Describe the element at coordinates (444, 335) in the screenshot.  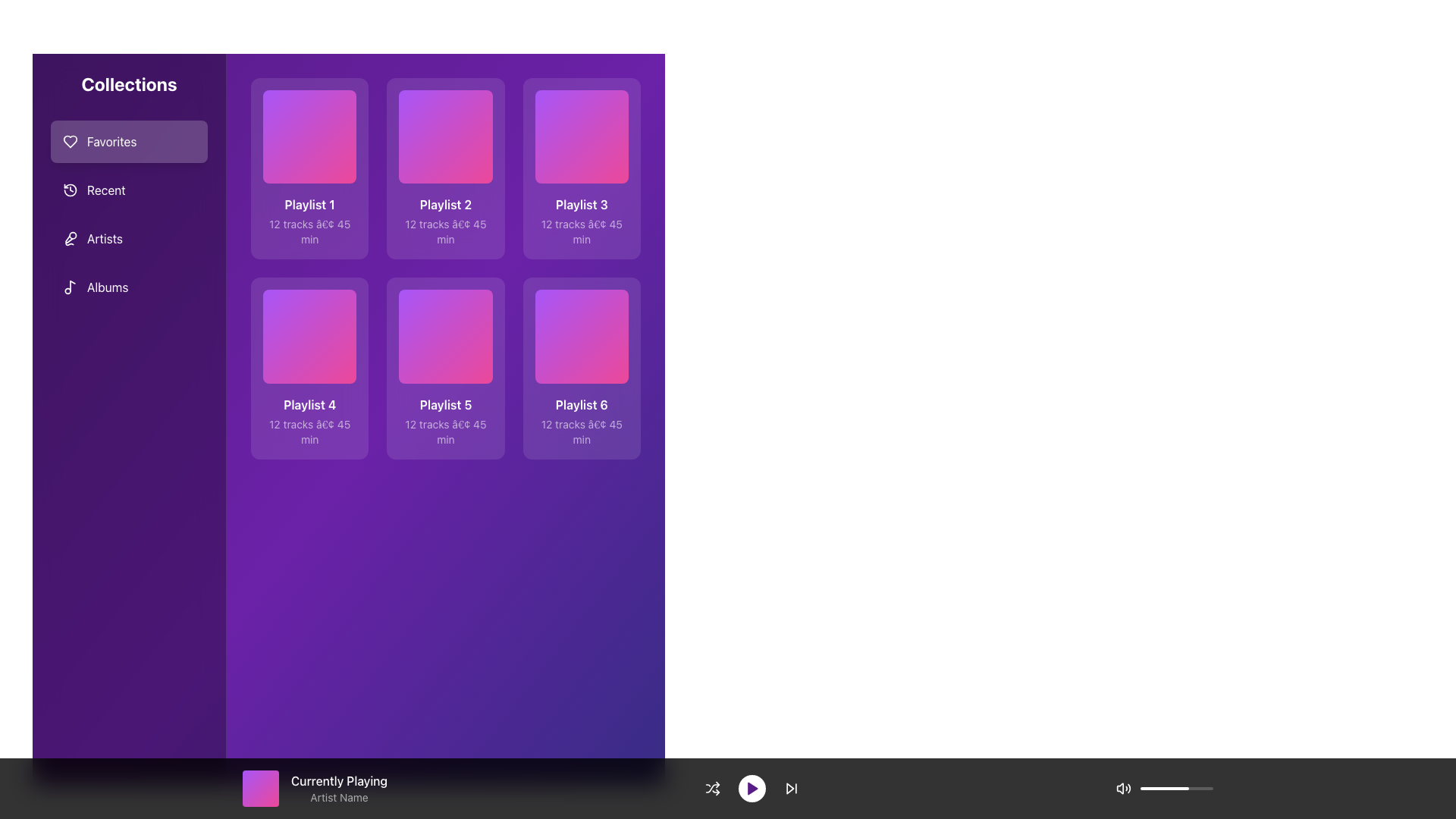
I see `the image placeholder representing a playlist item located in the second row and second column of the grid layout` at that location.